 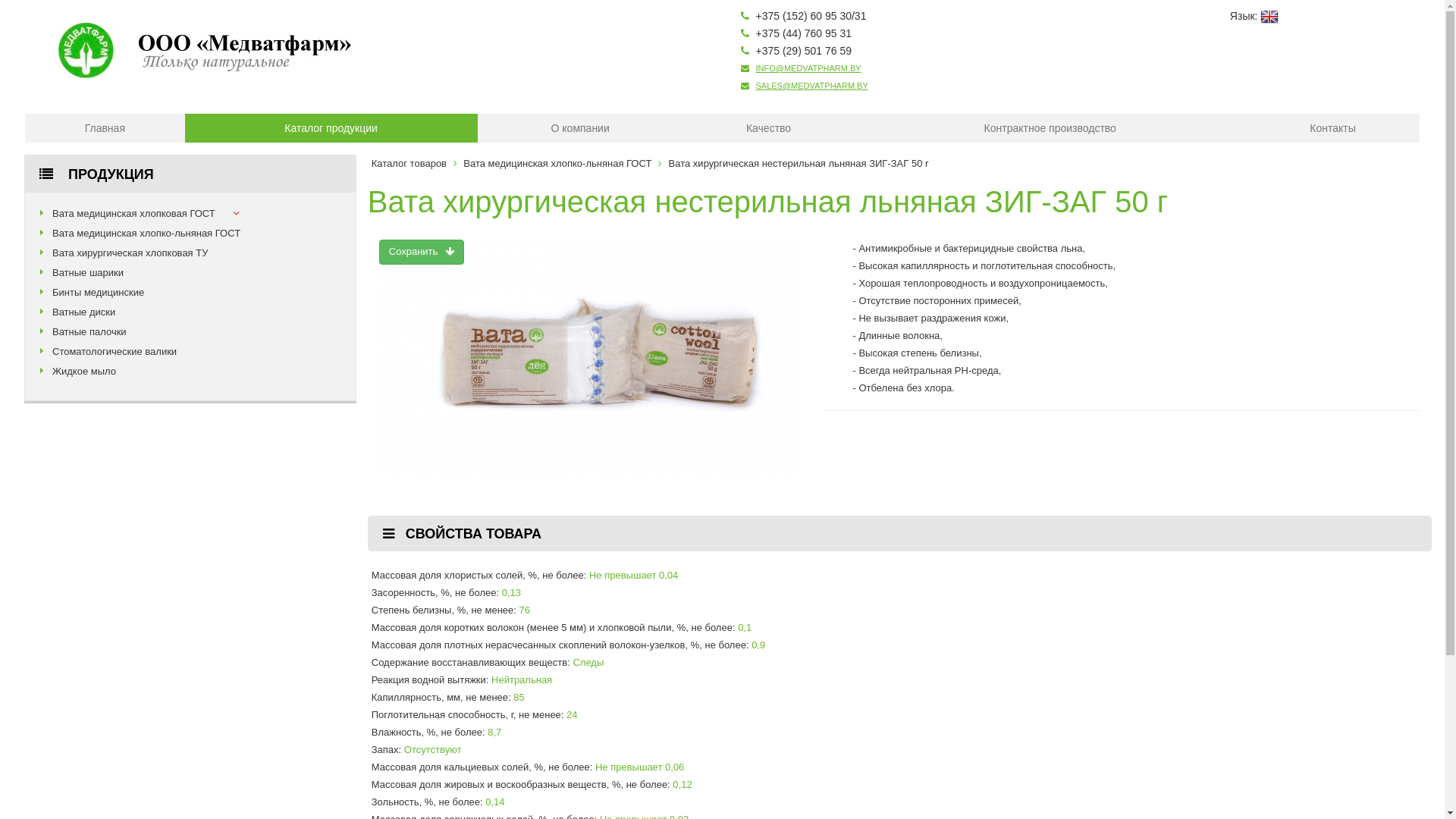 What do you see at coordinates (807, 67) in the screenshot?
I see `'INFO@MEDVATPHARM.BY'` at bounding box center [807, 67].